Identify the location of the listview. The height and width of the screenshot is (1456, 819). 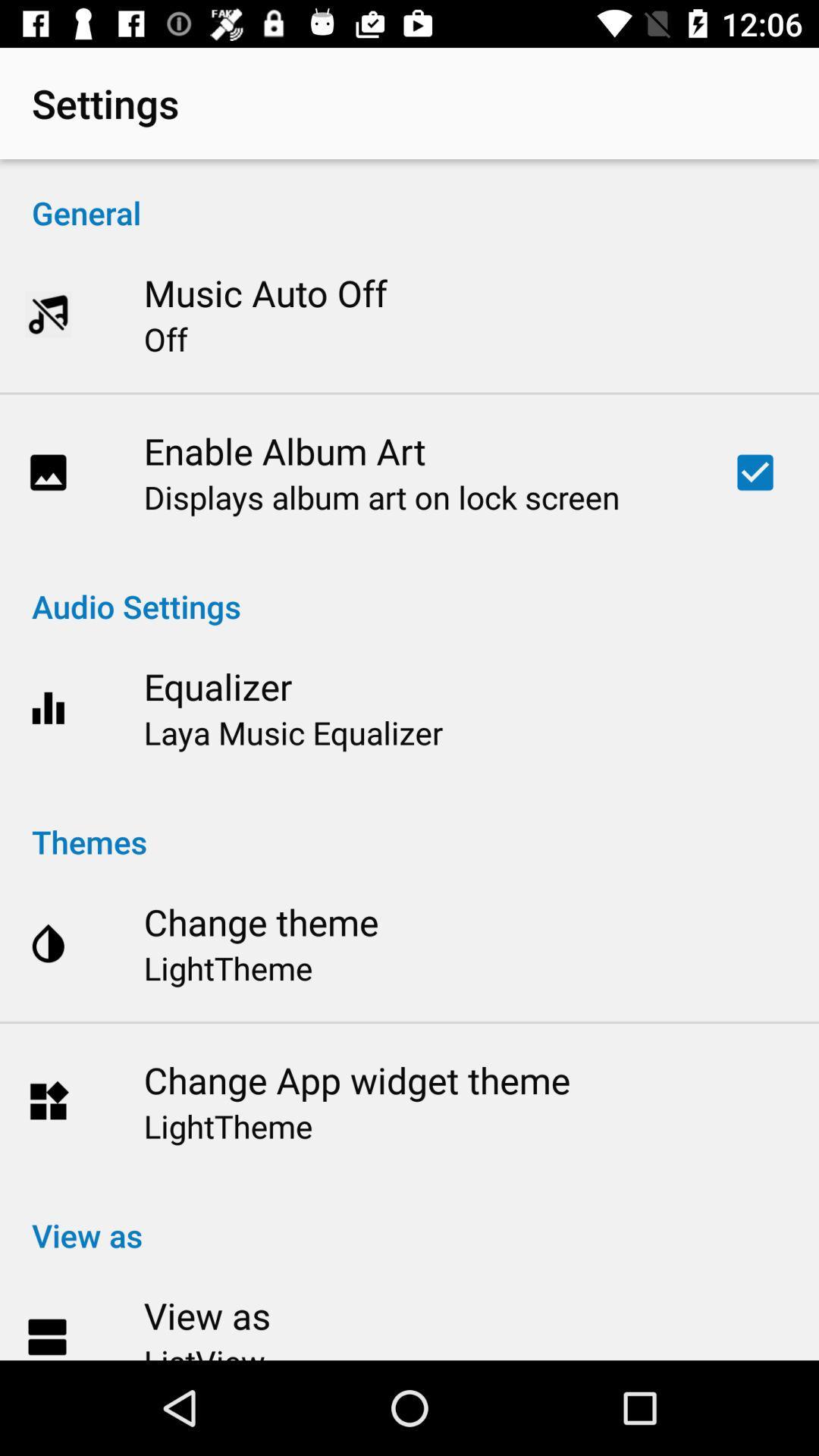
(203, 1350).